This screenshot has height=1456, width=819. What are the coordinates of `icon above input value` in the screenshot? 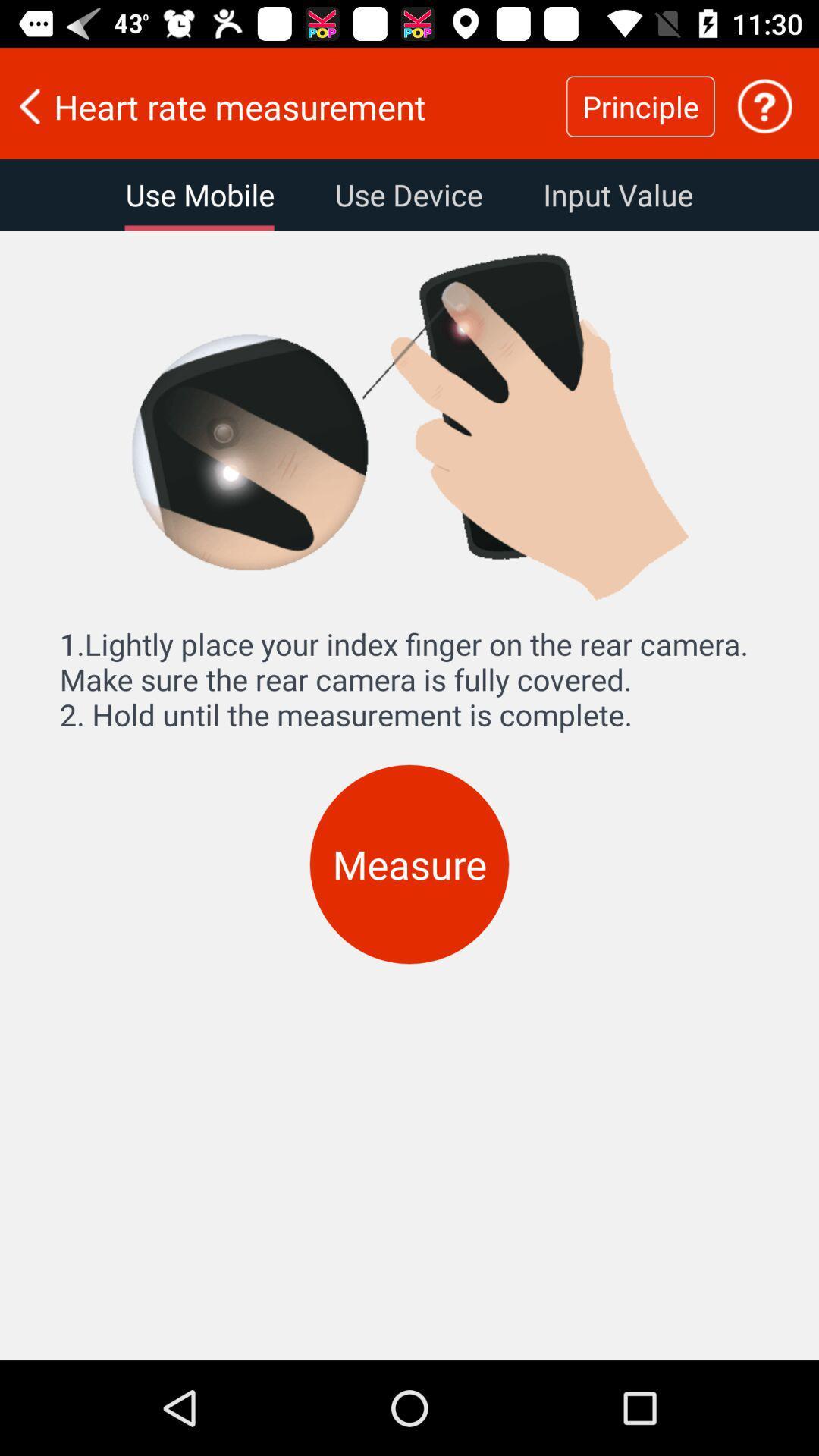 It's located at (764, 105).